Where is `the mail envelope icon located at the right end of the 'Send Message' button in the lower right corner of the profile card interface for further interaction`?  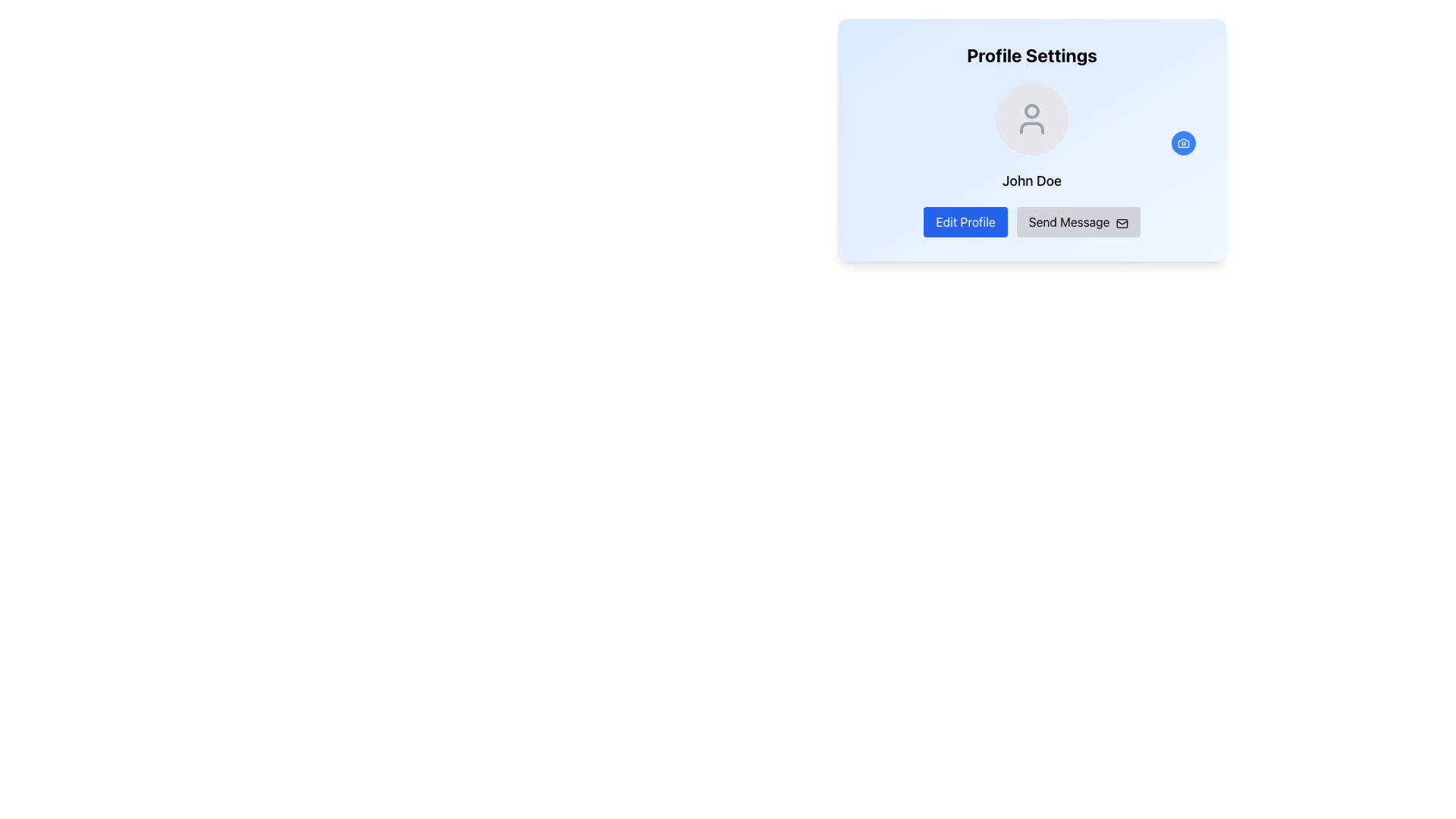
the mail envelope icon located at the right end of the 'Send Message' button in the lower right corner of the profile card interface for further interaction is located at coordinates (1122, 223).